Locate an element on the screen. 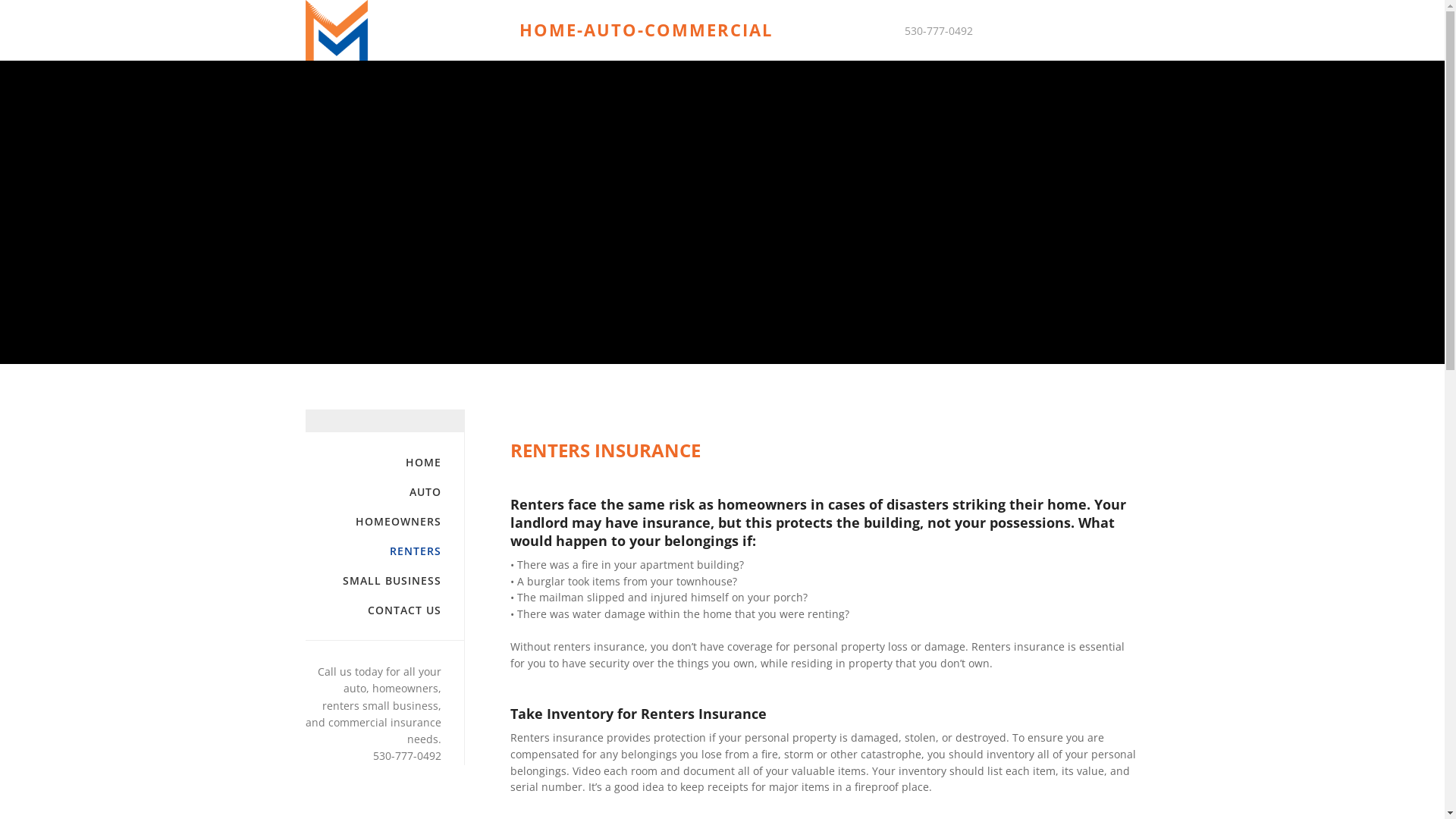  'HOMEOWNERS' is located at coordinates (372, 520).